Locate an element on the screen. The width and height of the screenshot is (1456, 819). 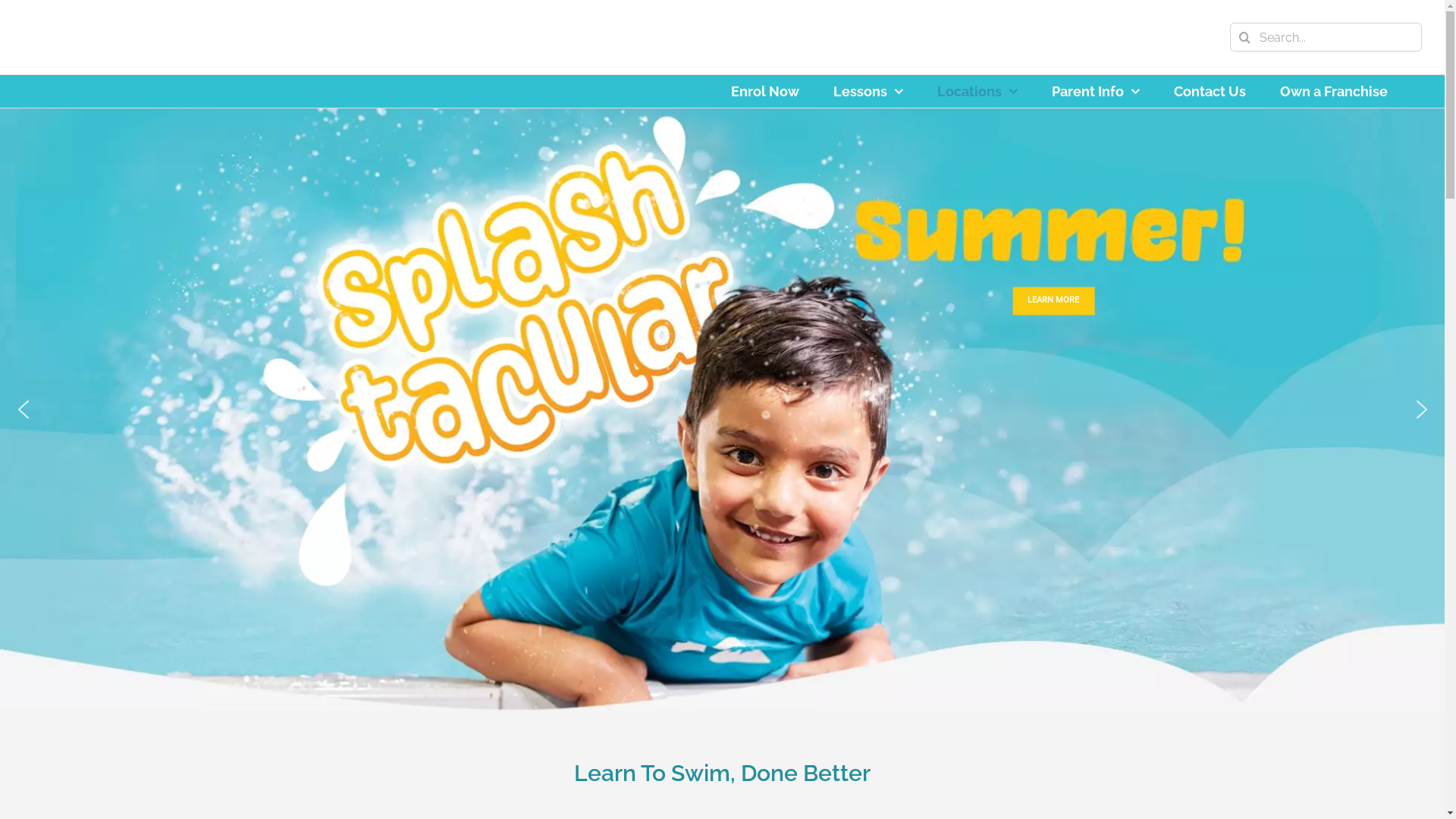
'Locations' is located at coordinates (937, 91).